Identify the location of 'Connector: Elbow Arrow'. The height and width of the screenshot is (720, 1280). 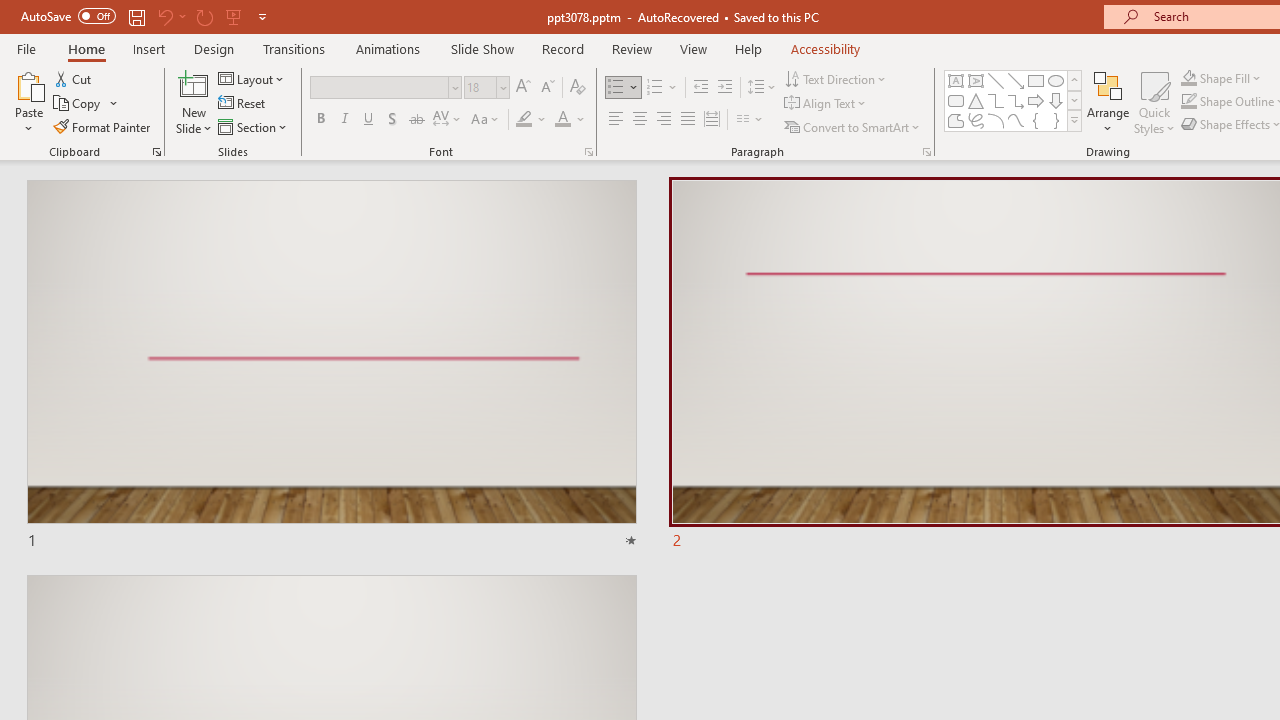
(1016, 100).